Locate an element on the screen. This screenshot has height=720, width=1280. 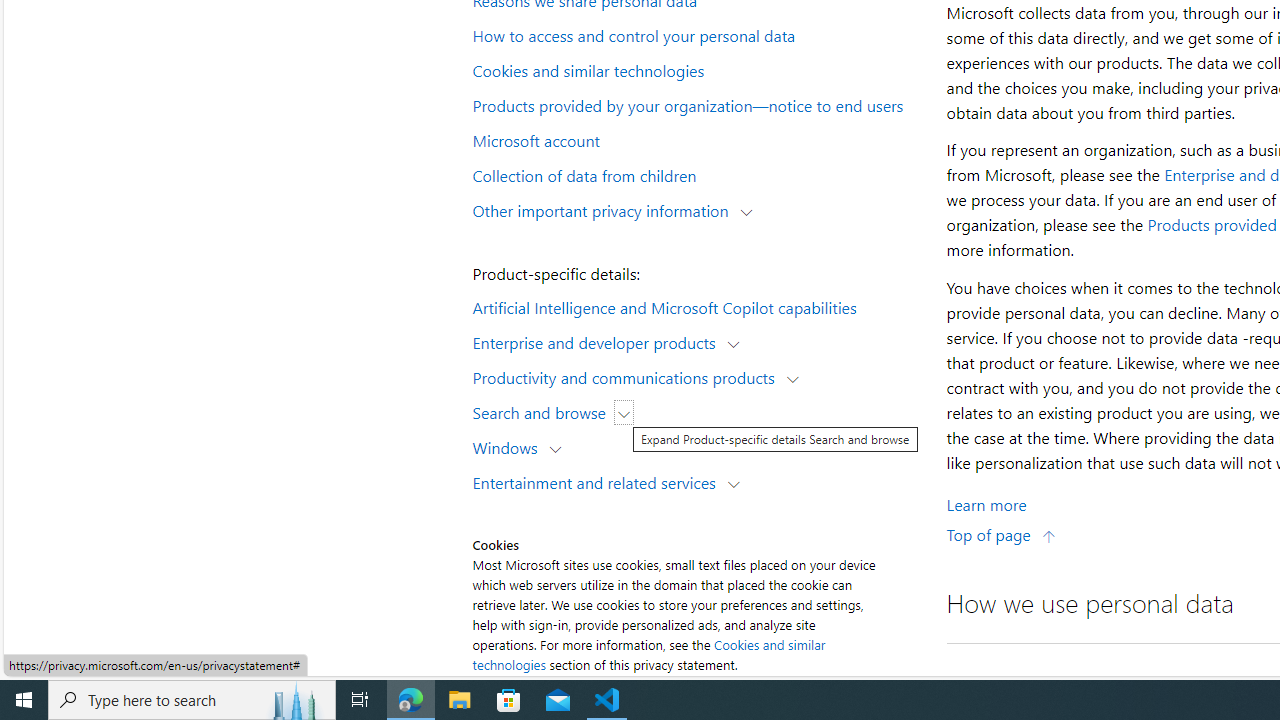
'Artificial Intelligence and Microsoft Copilot capabilities' is located at coordinates (696, 306).